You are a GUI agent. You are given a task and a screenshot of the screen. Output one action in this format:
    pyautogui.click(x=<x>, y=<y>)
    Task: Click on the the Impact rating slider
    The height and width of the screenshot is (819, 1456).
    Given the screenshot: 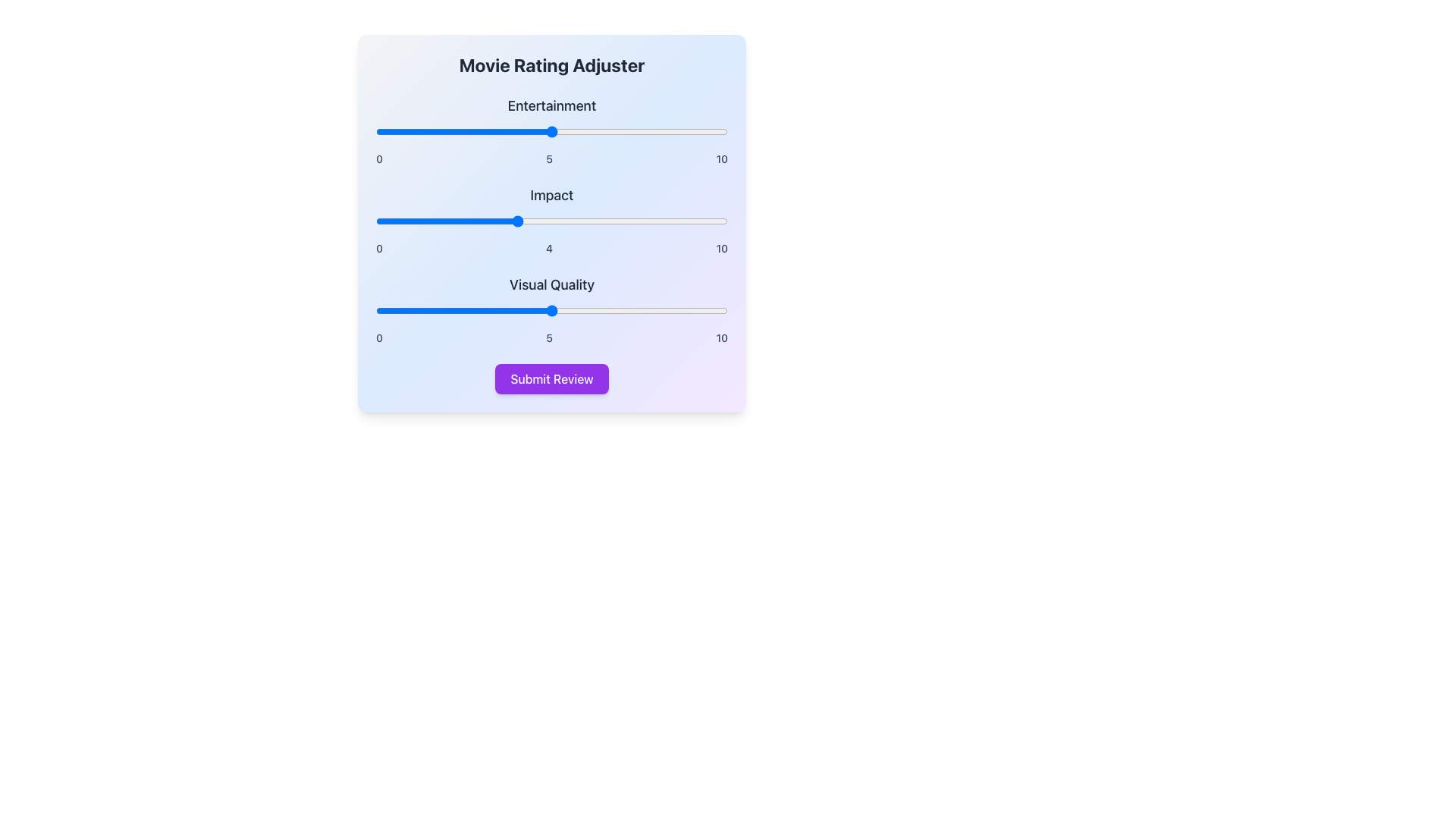 What is the action you would take?
    pyautogui.click(x=516, y=221)
    